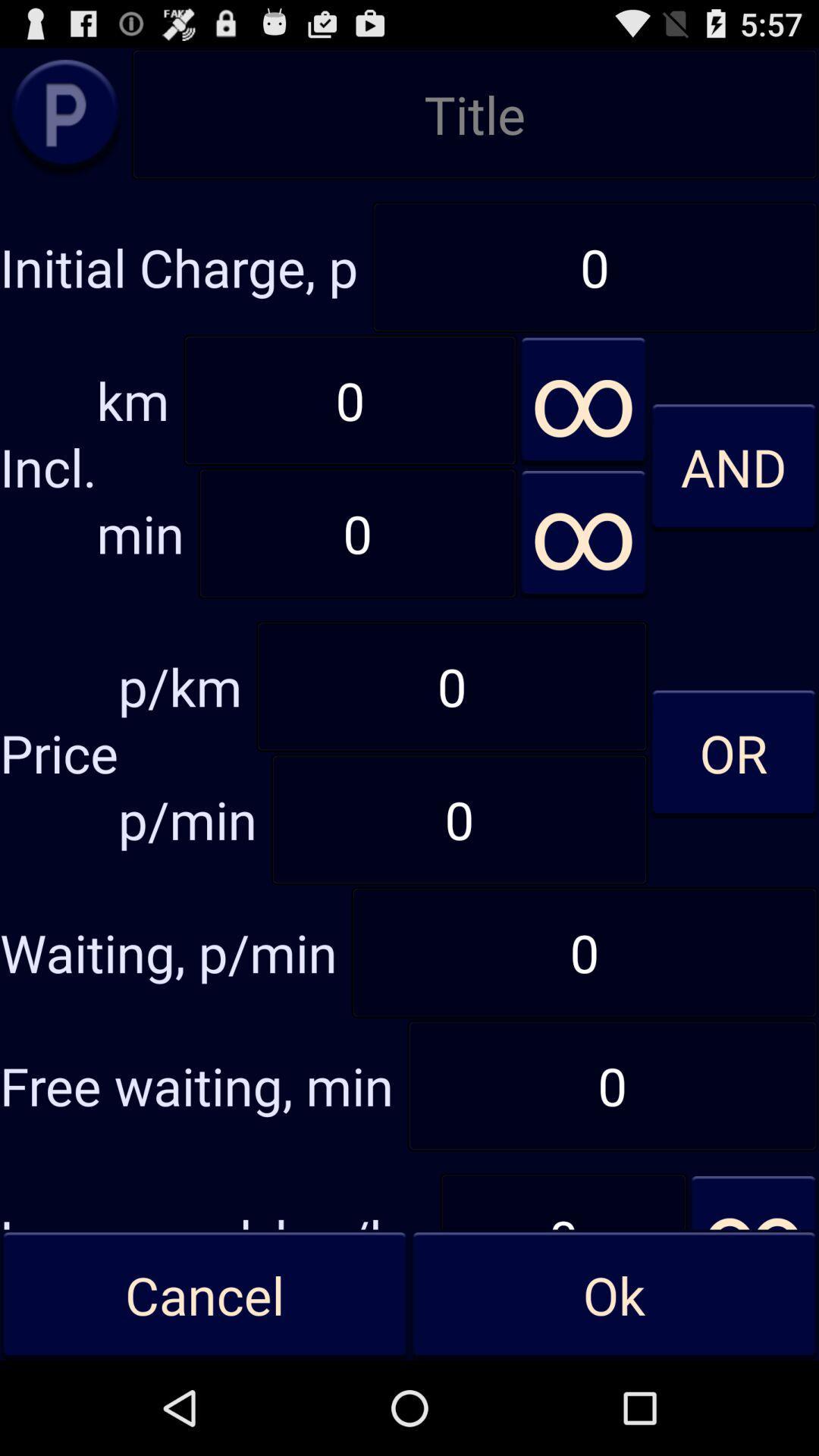 This screenshot has height=1456, width=819. I want to click on title, so click(474, 113).